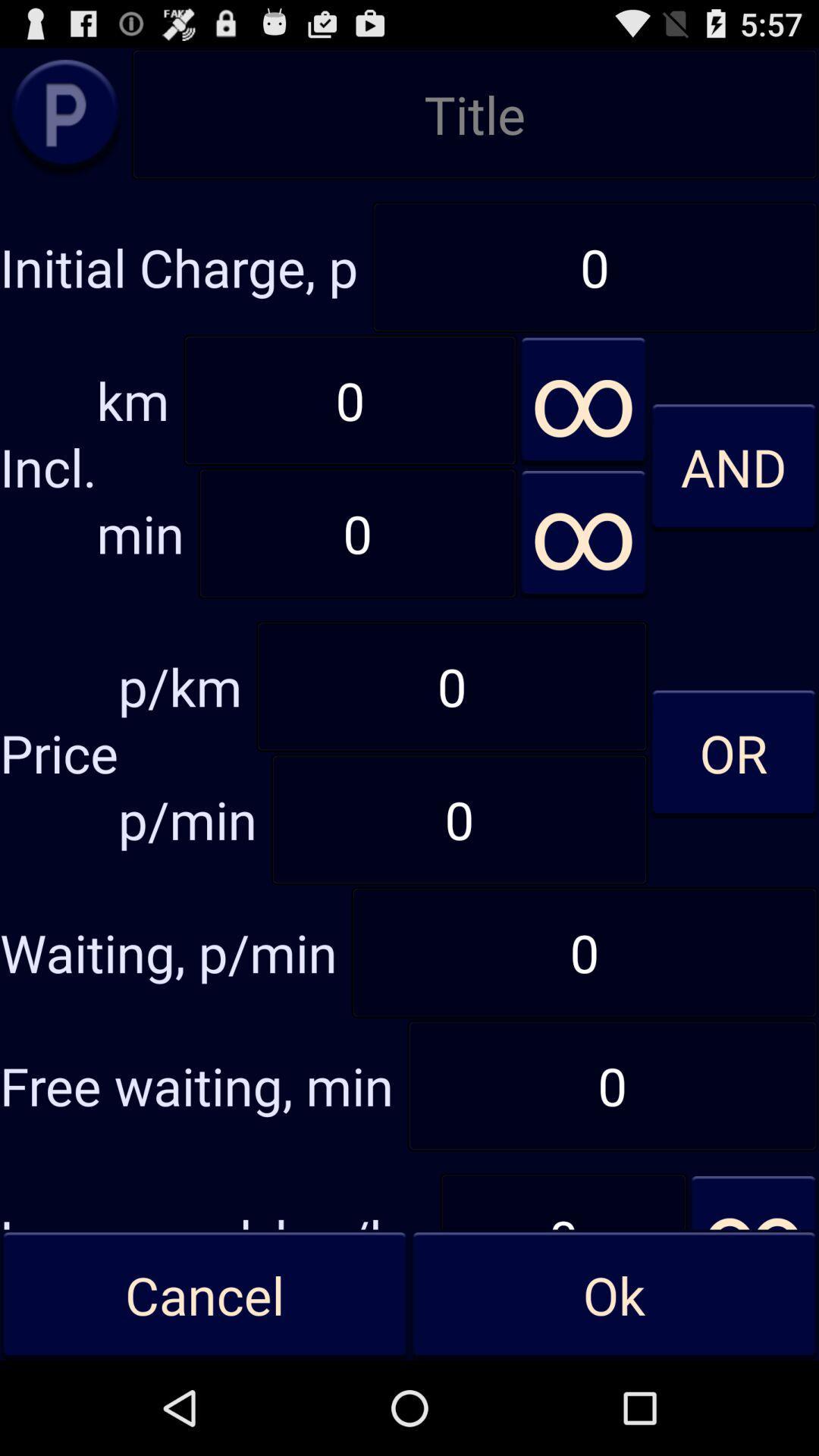 This screenshot has height=1456, width=819. I want to click on title, so click(474, 113).